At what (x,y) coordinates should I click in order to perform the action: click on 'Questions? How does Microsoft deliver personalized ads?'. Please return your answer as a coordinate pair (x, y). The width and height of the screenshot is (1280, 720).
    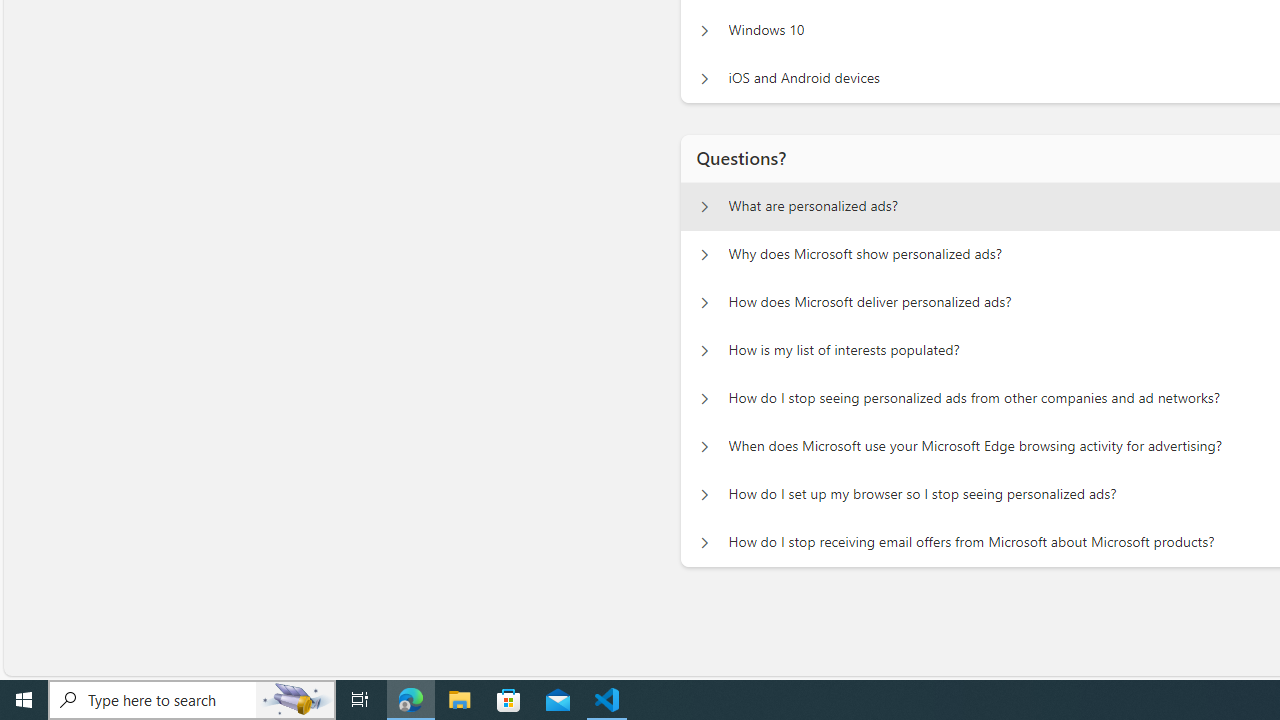
    Looking at the image, I should click on (704, 303).